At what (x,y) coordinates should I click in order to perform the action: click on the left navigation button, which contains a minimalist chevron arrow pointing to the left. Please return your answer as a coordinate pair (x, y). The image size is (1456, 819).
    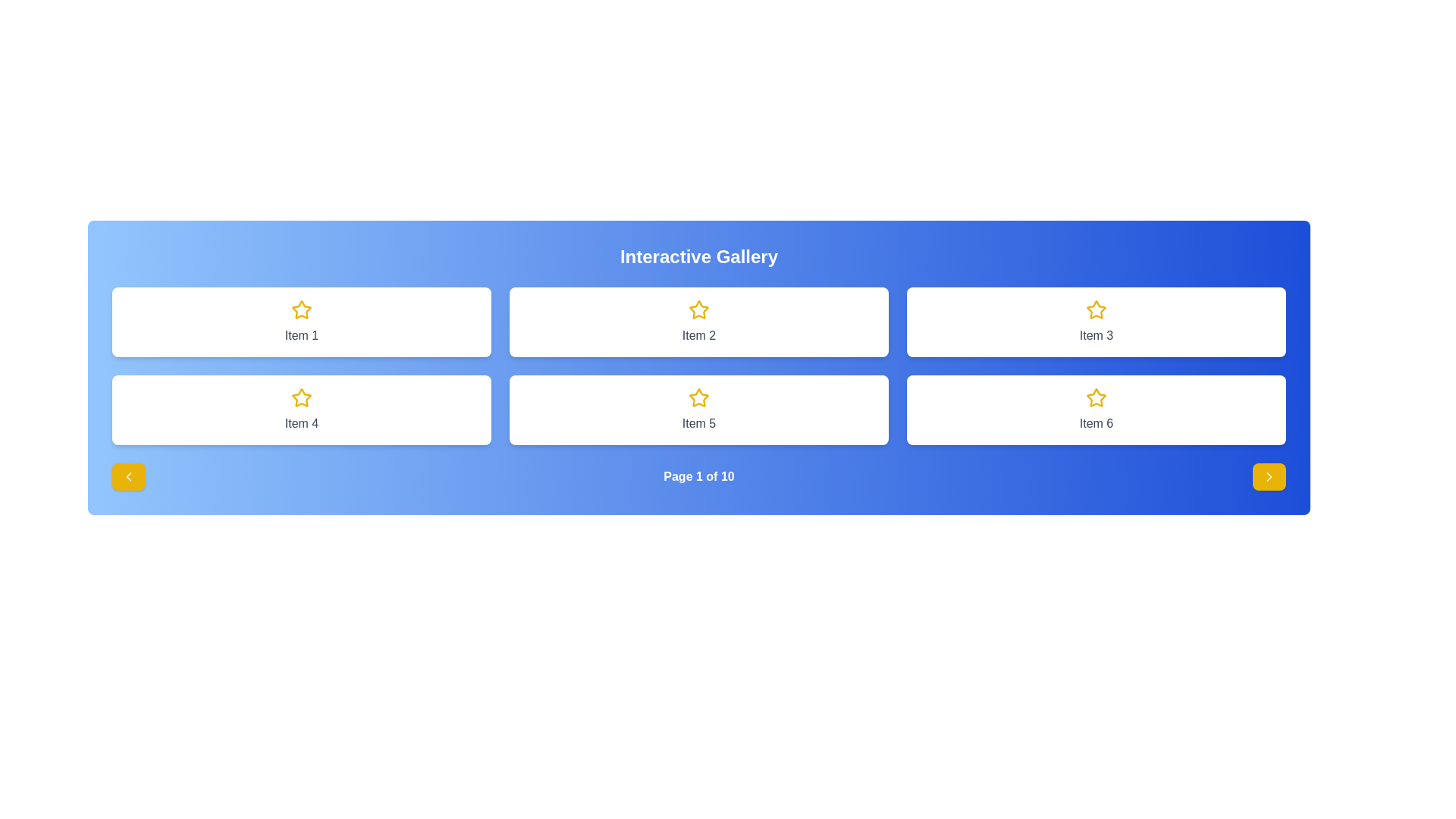
    Looking at the image, I should click on (128, 475).